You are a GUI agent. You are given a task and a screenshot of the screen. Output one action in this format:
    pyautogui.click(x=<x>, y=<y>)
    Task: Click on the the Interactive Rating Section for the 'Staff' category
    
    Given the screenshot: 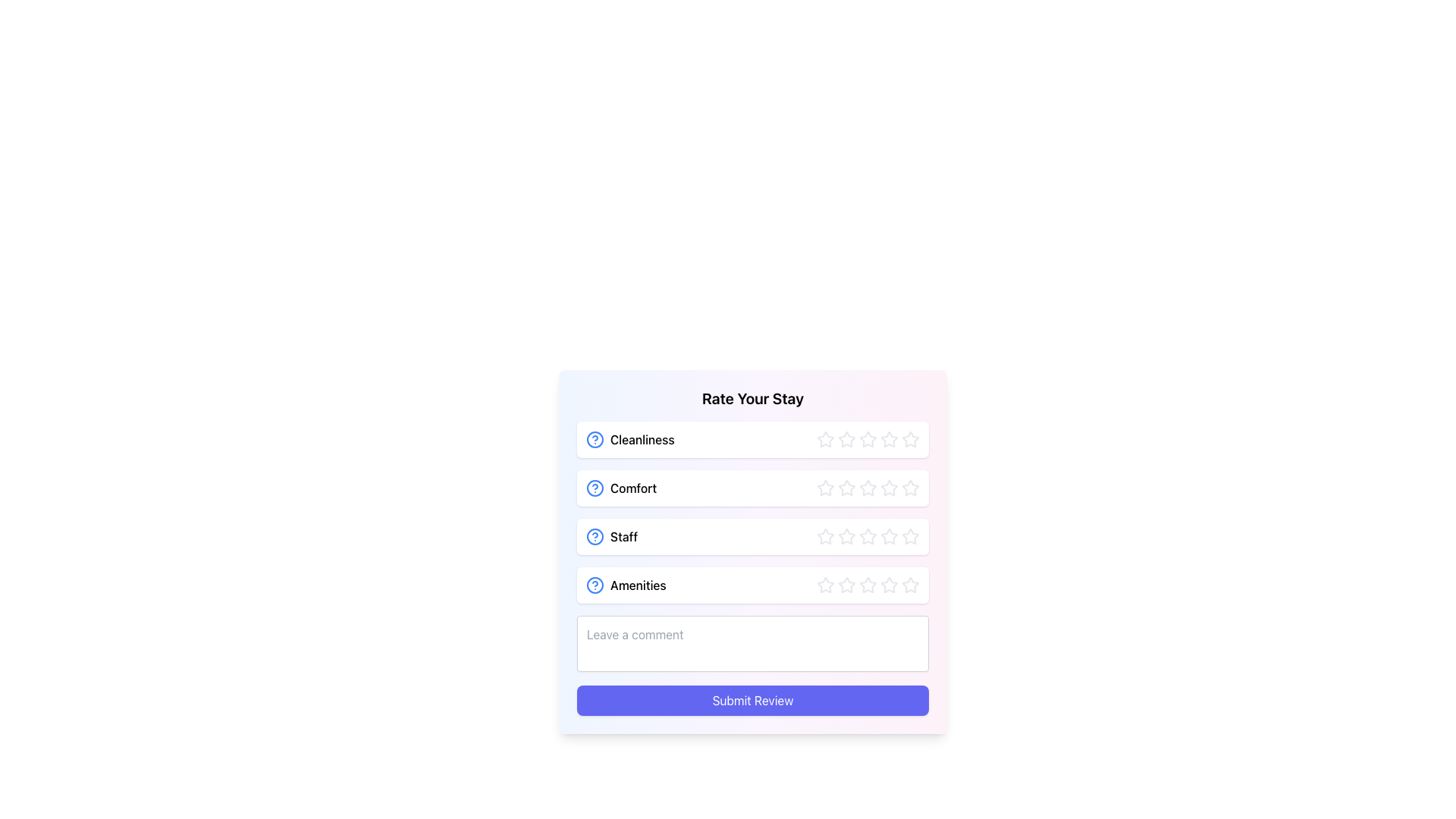 What is the action you would take?
    pyautogui.click(x=753, y=552)
    